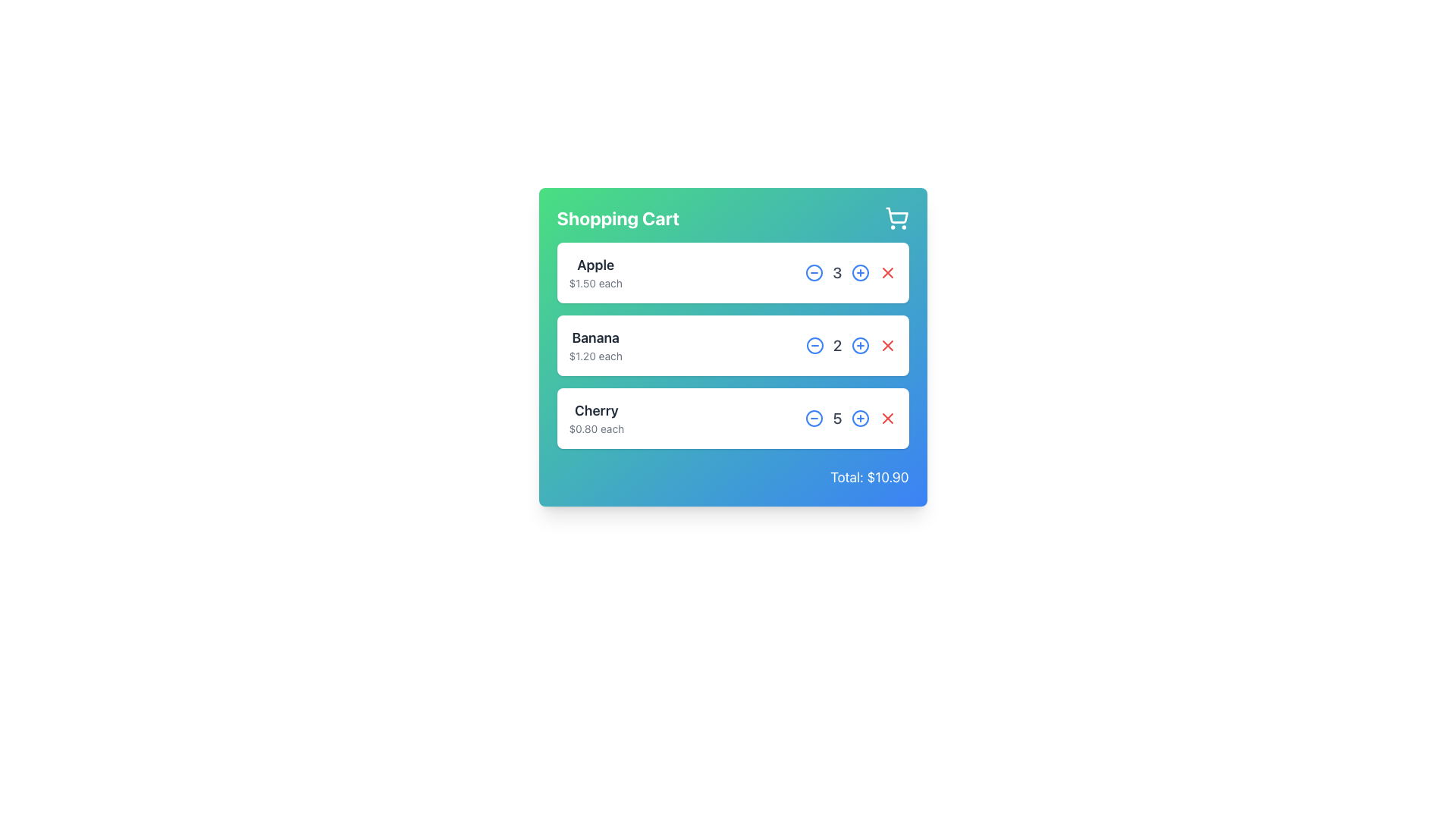 This screenshot has width=1456, height=819. I want to click on the remove button located at the far right of the shopping cart interface, so click(887, 271).